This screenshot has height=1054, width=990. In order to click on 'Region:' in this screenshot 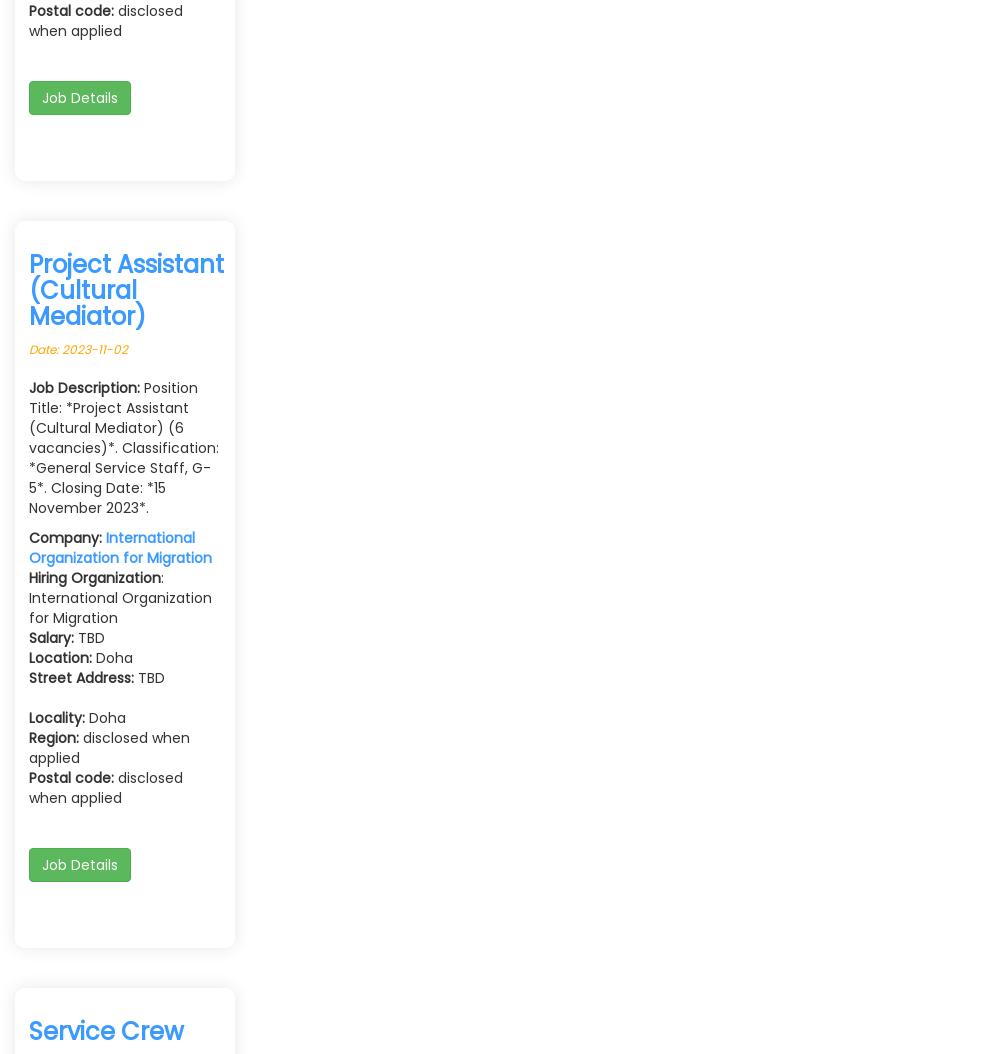, I will do `click(28, 735)`.